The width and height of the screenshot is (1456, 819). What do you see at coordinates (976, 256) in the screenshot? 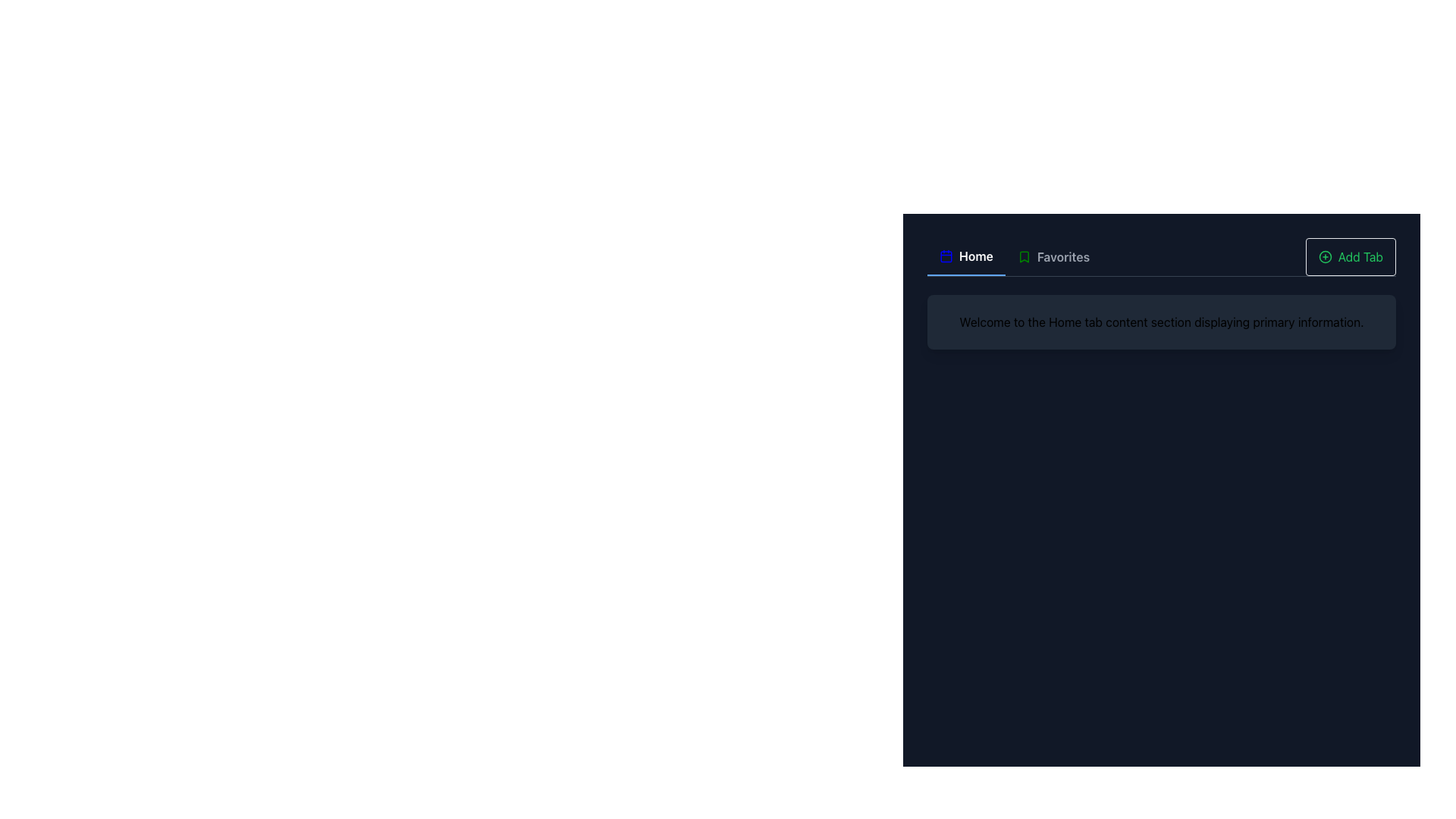
I see `the 'Home' label, which is styled in white font on a dark background and positioned in the top menu bar between a calendar icon and the 'Favorites' label` at bounding box center [976, 256].